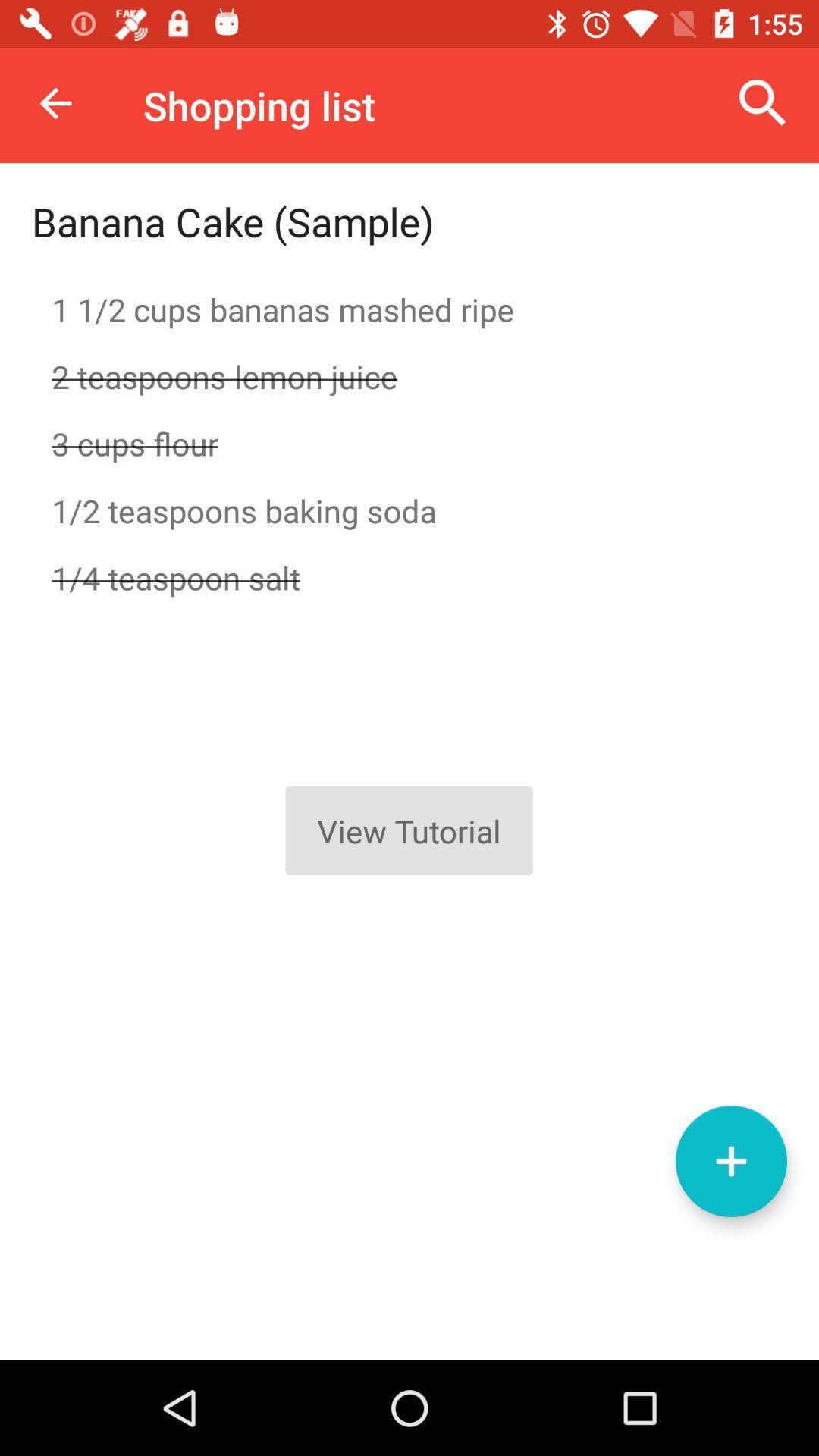  What do you see at coordinates (409, 443) in the screenshot?
I see `item below the 2 teaspoons lemon icon` at bounding box center [409, 443].